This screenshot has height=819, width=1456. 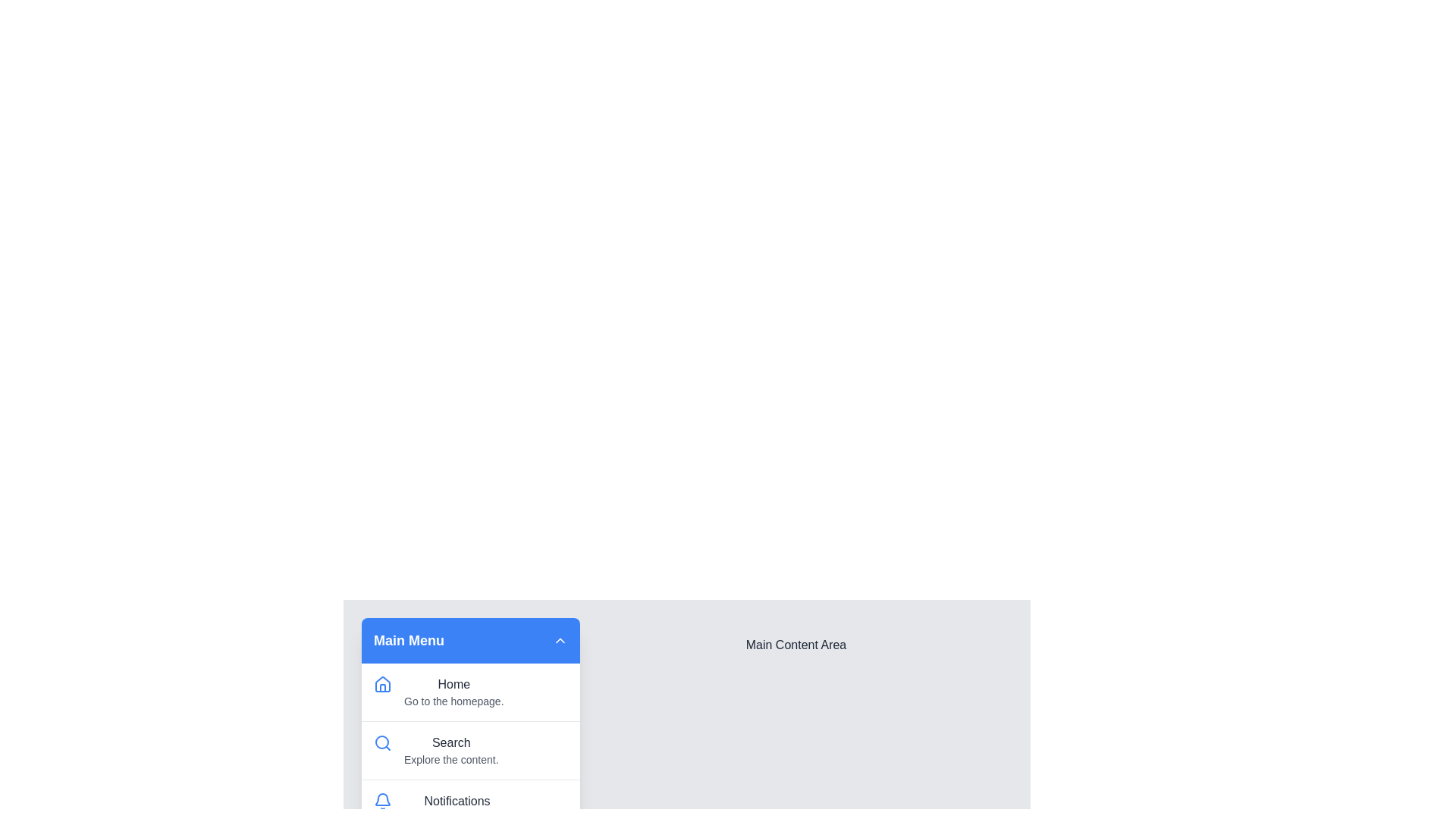 I want to click on the menu item Notifications to highlight it, so click(x=454, y=788).